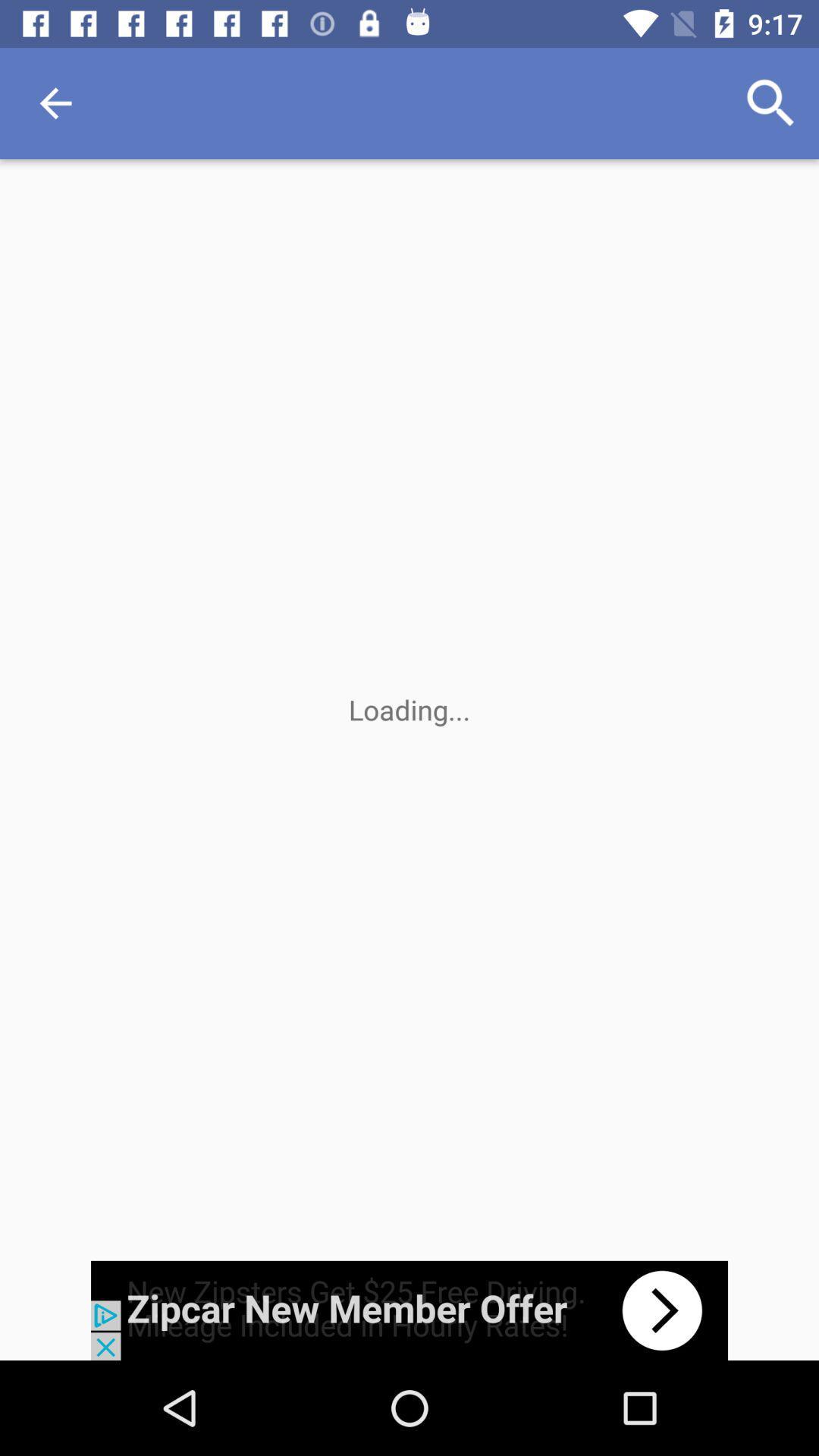 The image size is (819, 1456). What do you see at coordinates (409, 1310) in the screenshot?
I see `go forward` at bounding box center [409, 1310].